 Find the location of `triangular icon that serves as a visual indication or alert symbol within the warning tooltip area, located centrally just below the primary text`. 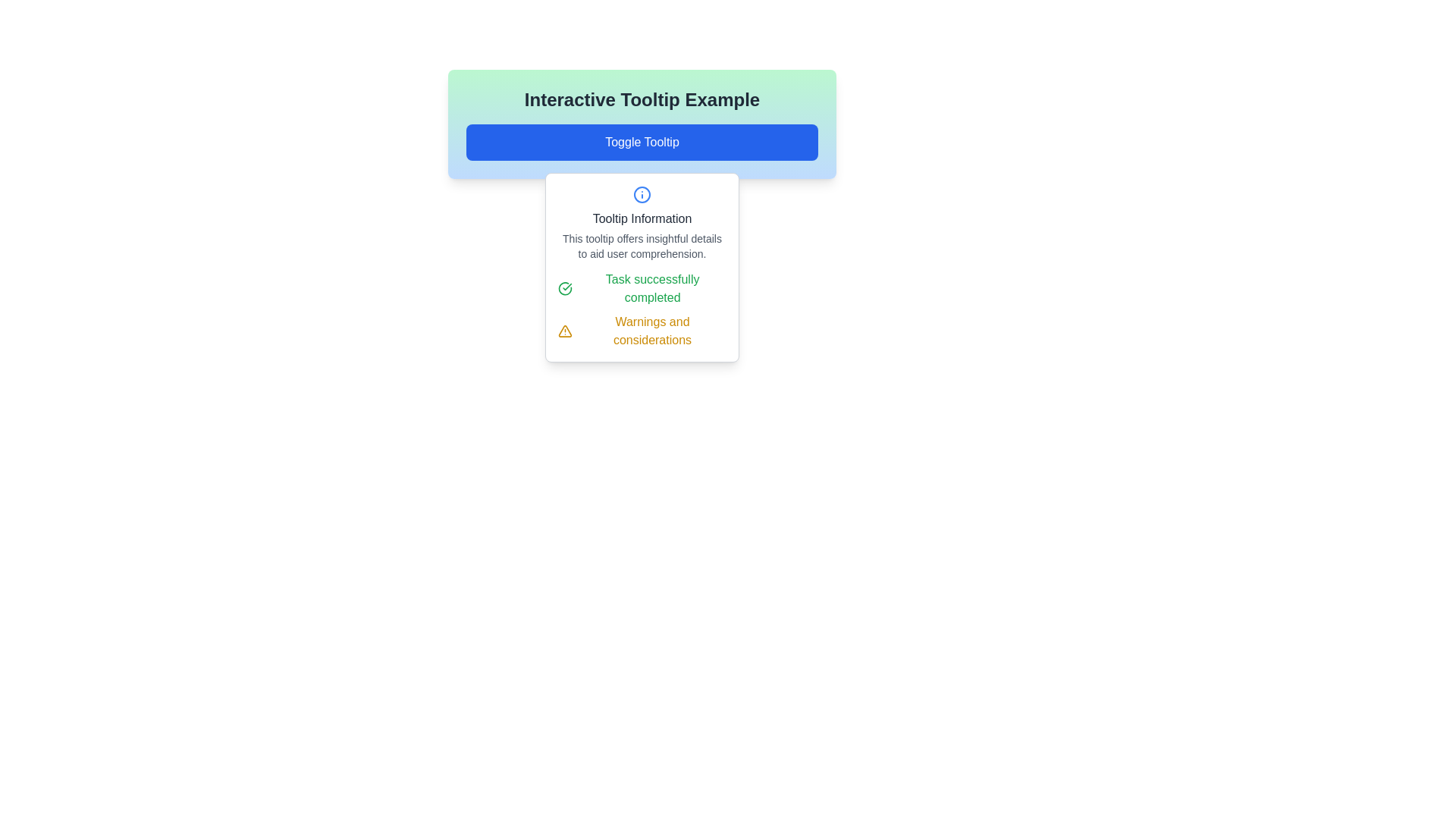

triangular icon that serves as a visual indication or alert symbol within the warning tooltip area, located centrally just below the primary text is located at coordinates (564, 330).